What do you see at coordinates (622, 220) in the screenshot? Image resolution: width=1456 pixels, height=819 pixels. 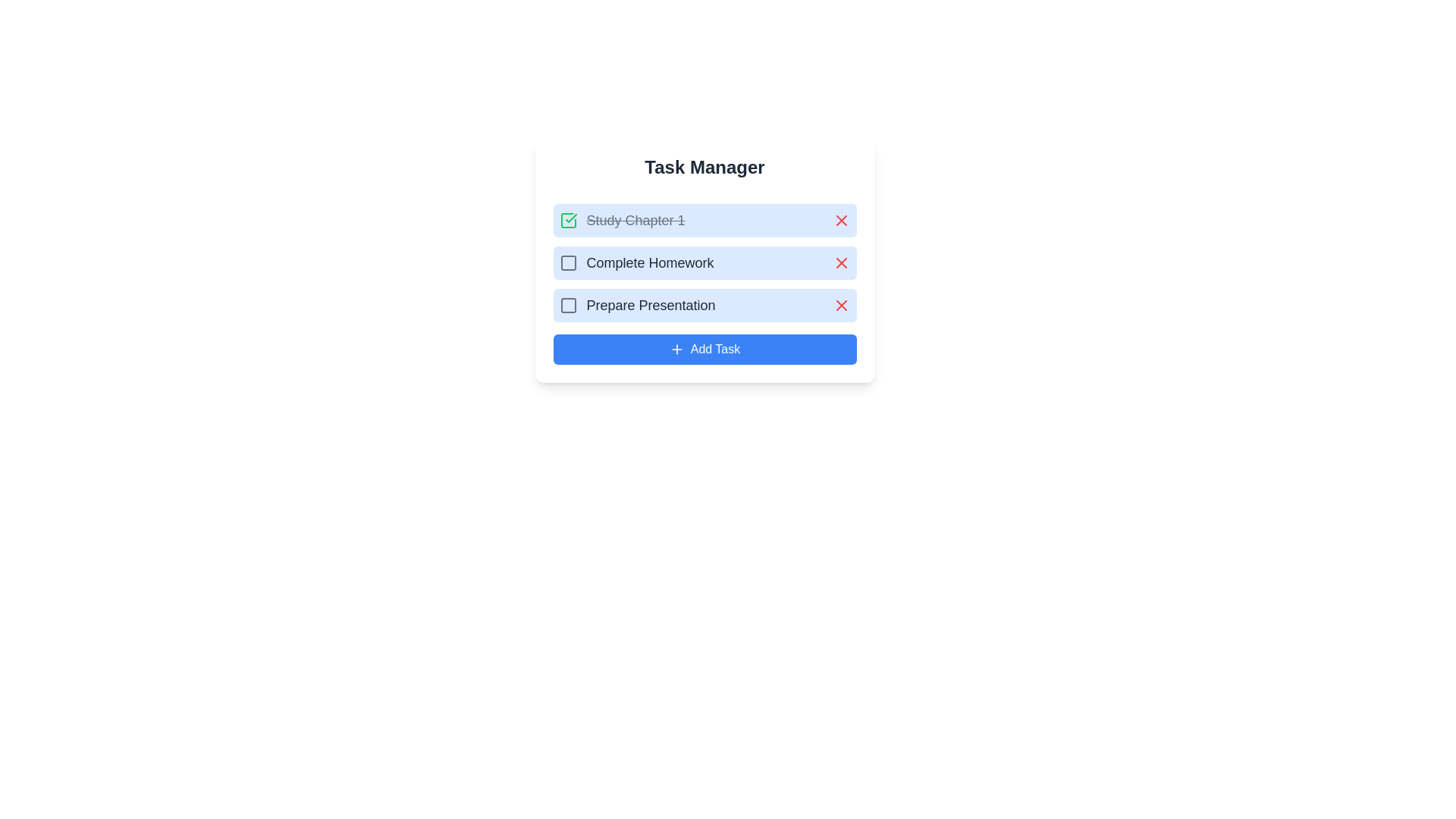 I see `the text label displaying 'Study Chapter 1' which has a strikethrough effect, indicating completion, located within the first task of a task manager interface` at bounding box center [622, 220].